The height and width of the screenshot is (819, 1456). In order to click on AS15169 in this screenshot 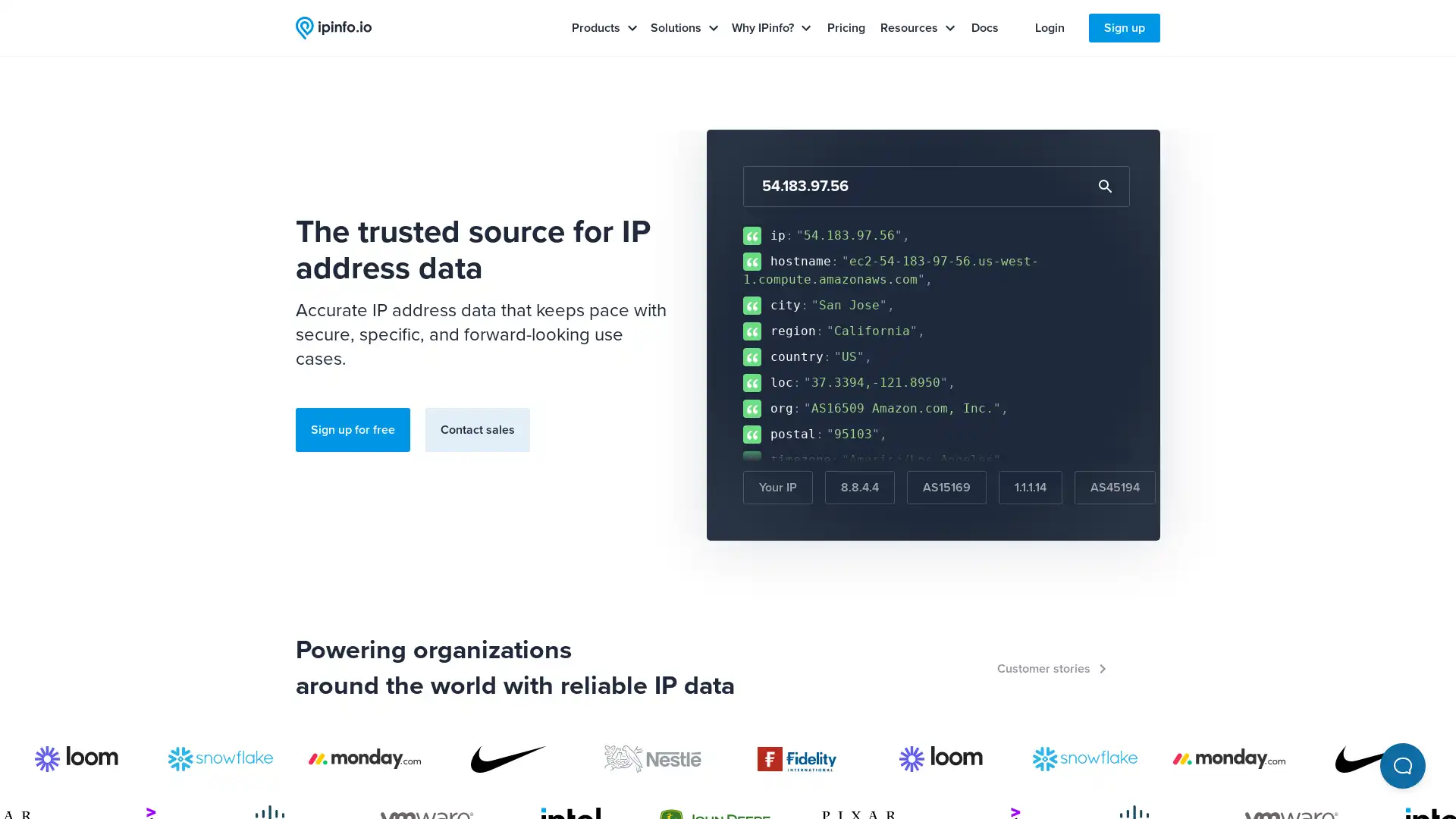, I will do `click(946, 488)`.